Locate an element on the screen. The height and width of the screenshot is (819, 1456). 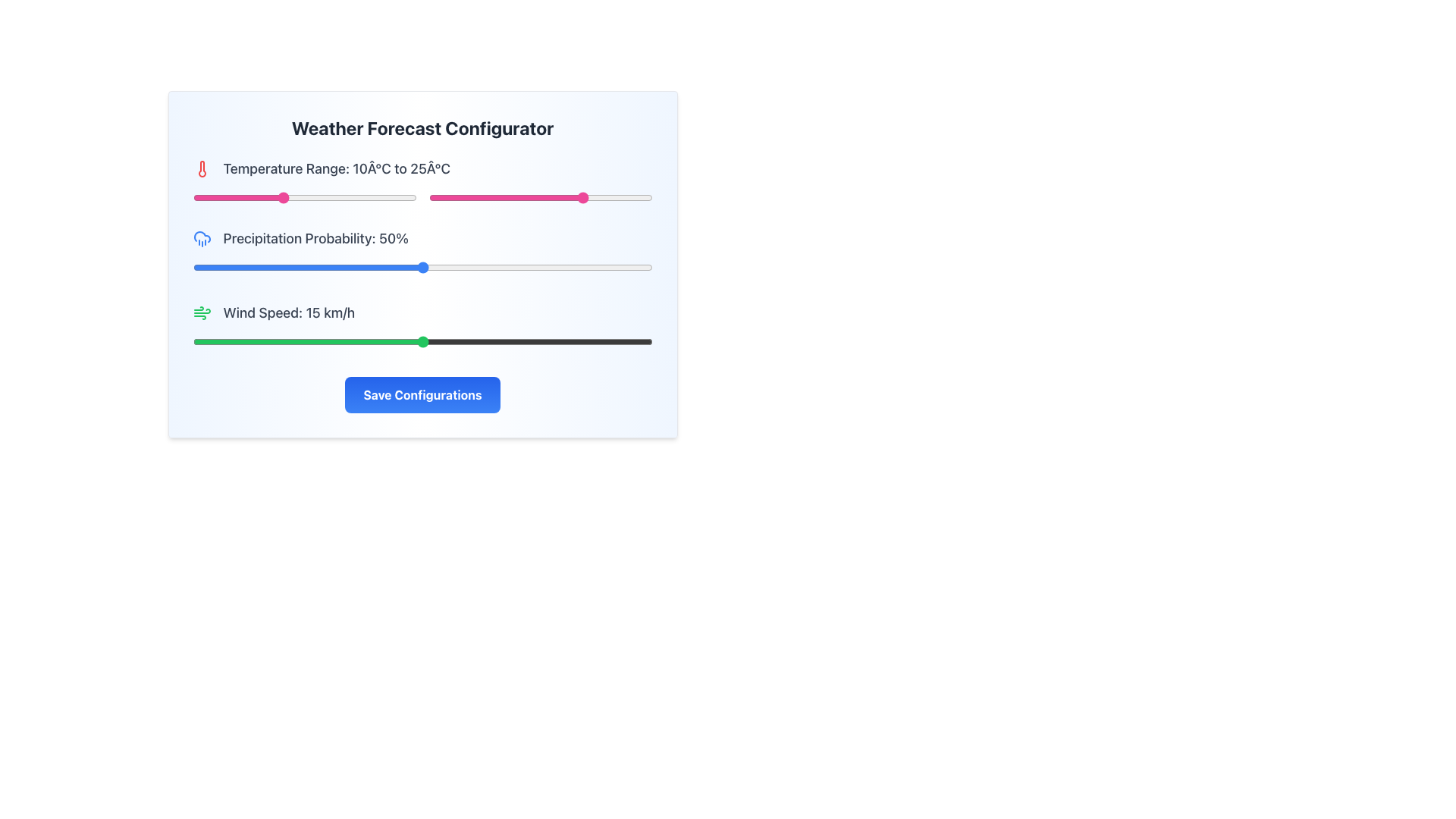
the header text labeled 'Weather Forecast Configurator', which is displayed prominently in bold and large font at the top center of the configuration card is located at coordinates (422, 127).